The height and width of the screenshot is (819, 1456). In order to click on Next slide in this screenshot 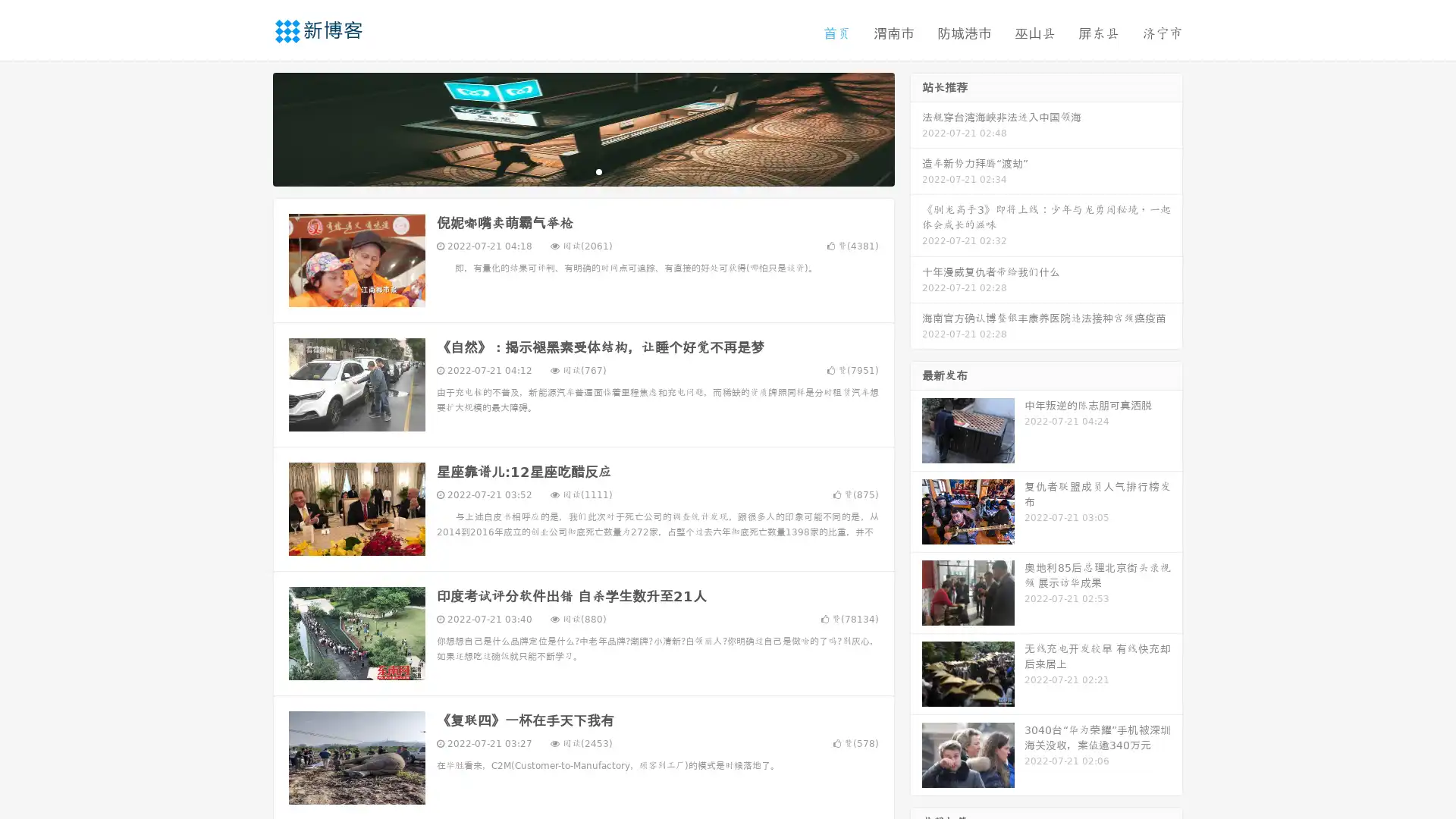, I will do `click(916, 127)`.